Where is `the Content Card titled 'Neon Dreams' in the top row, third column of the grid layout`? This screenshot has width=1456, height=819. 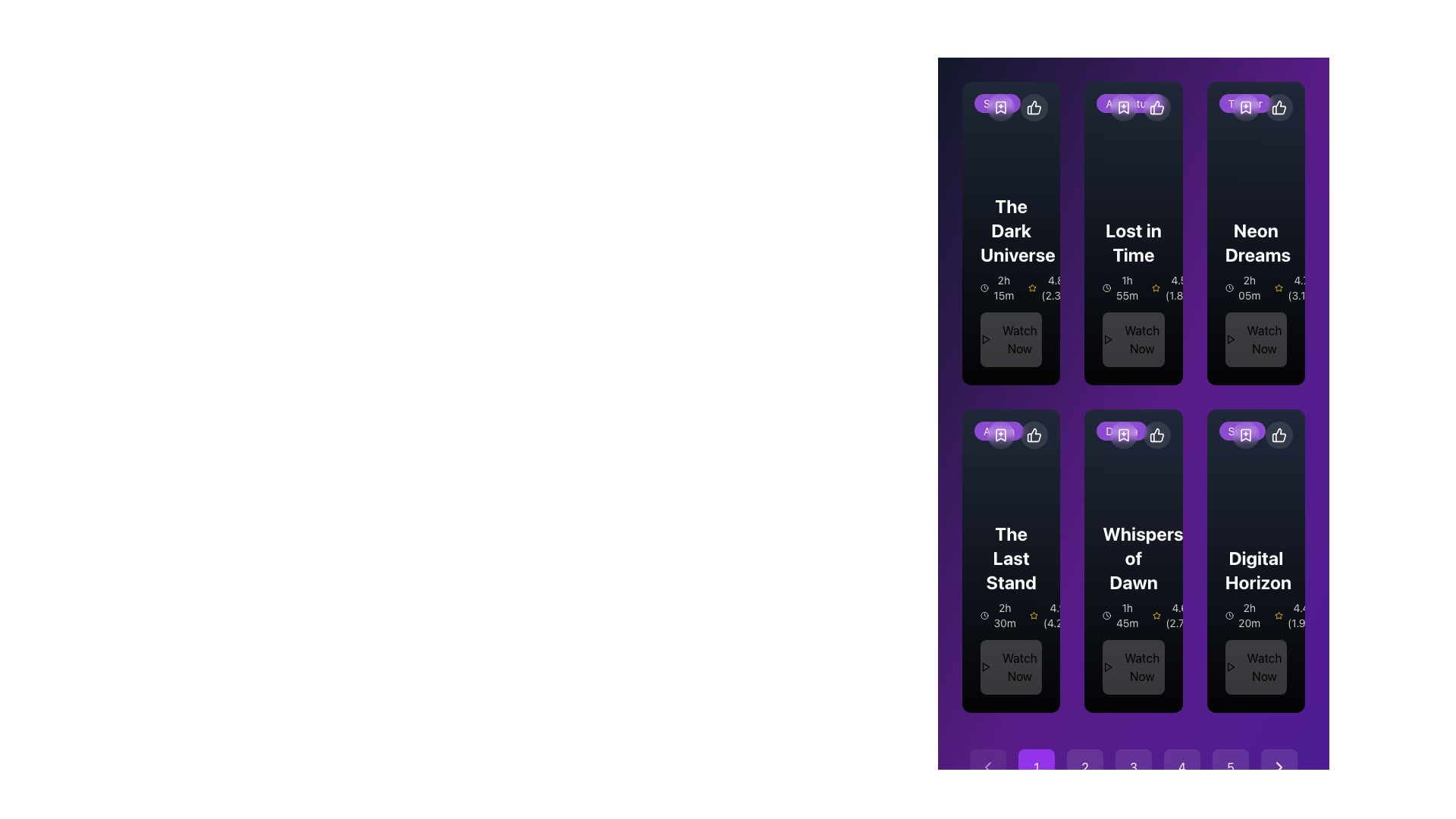
the Content Card titled 'Neon Dreams' in the top row, third column of the grid layout is located at coordinates (1256, 292).